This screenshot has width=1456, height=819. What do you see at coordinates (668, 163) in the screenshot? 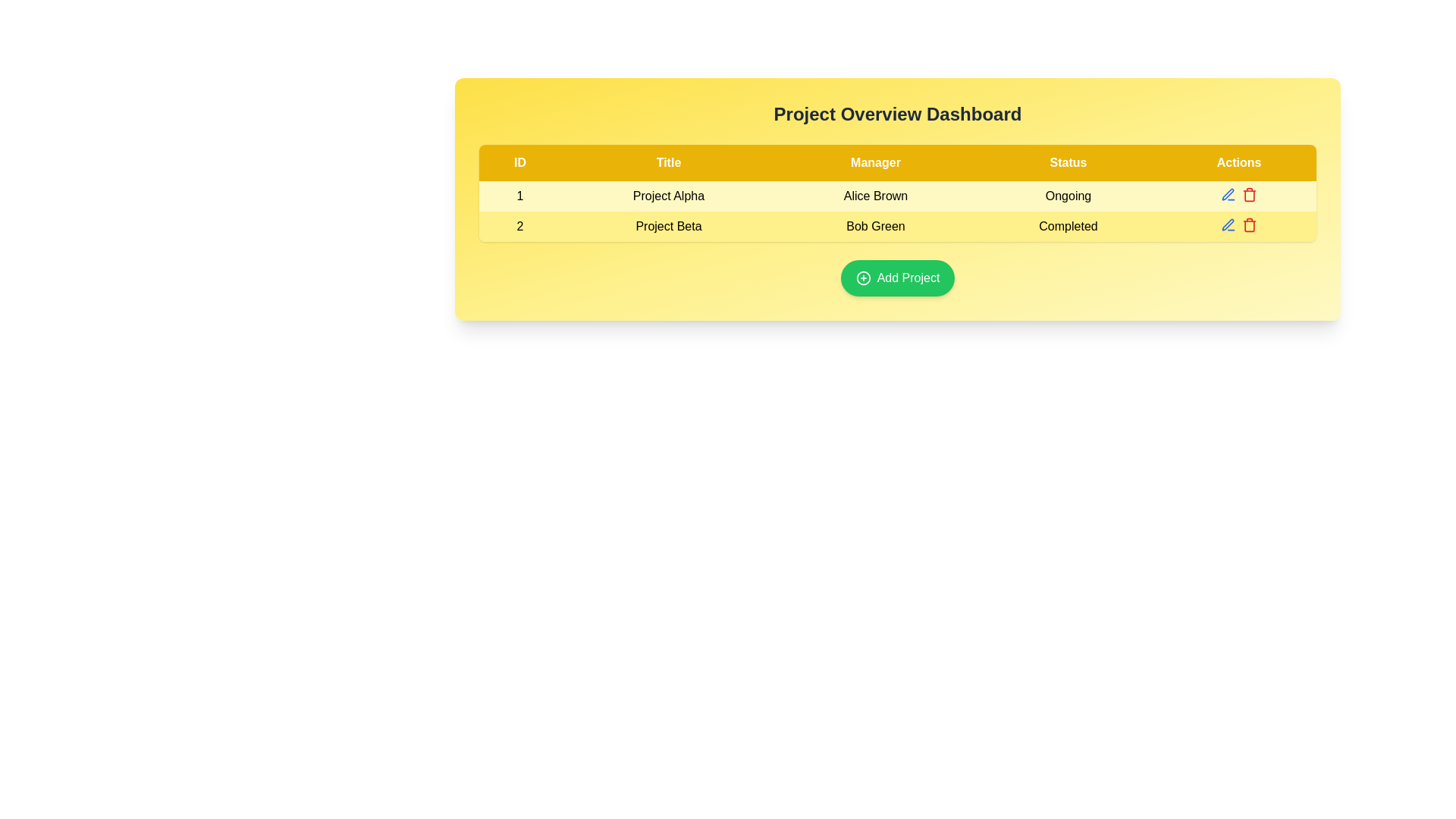
I see `the header cell for the 'Title' column in the table, located between the 'ID' and 'Manager' columns` at bounding box center [668, 163].